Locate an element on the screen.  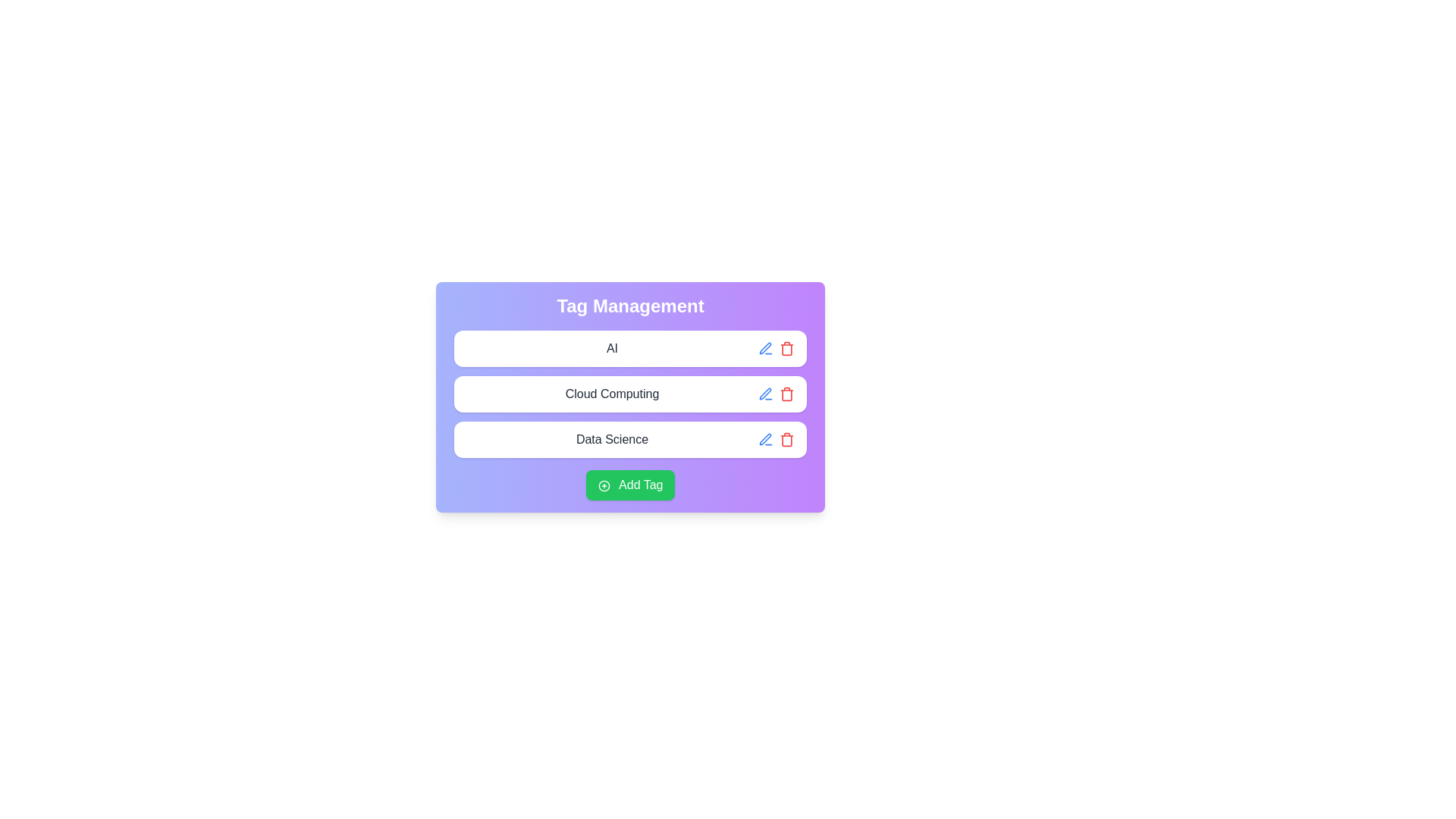
the small circle icon with a plus sign inside the green 'Add Tag' button at the bottom of the interface is located at coordinates (603, 485).